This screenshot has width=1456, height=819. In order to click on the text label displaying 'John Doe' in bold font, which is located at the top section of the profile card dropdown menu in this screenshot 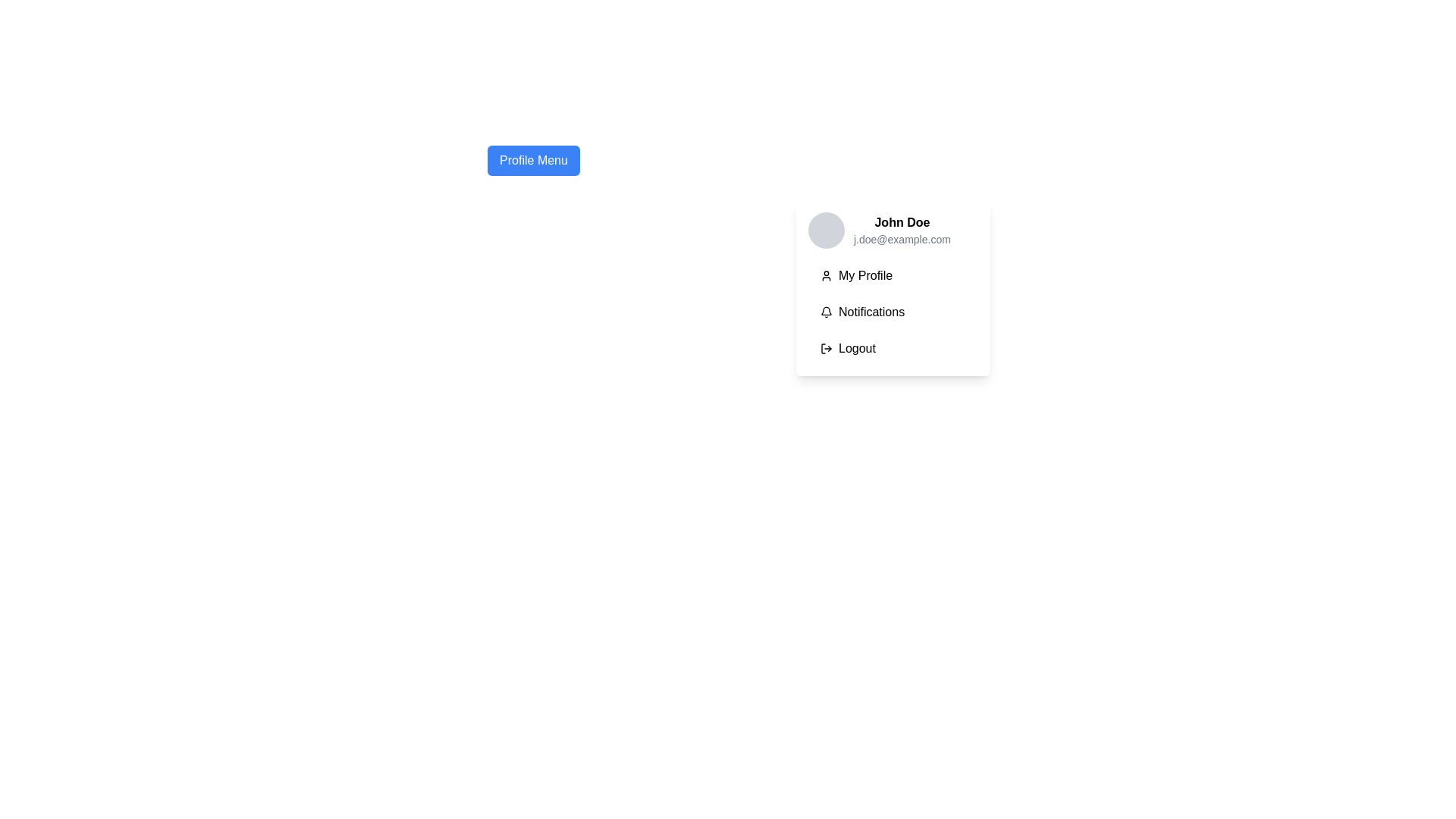, I will do `click(902, 222)`.